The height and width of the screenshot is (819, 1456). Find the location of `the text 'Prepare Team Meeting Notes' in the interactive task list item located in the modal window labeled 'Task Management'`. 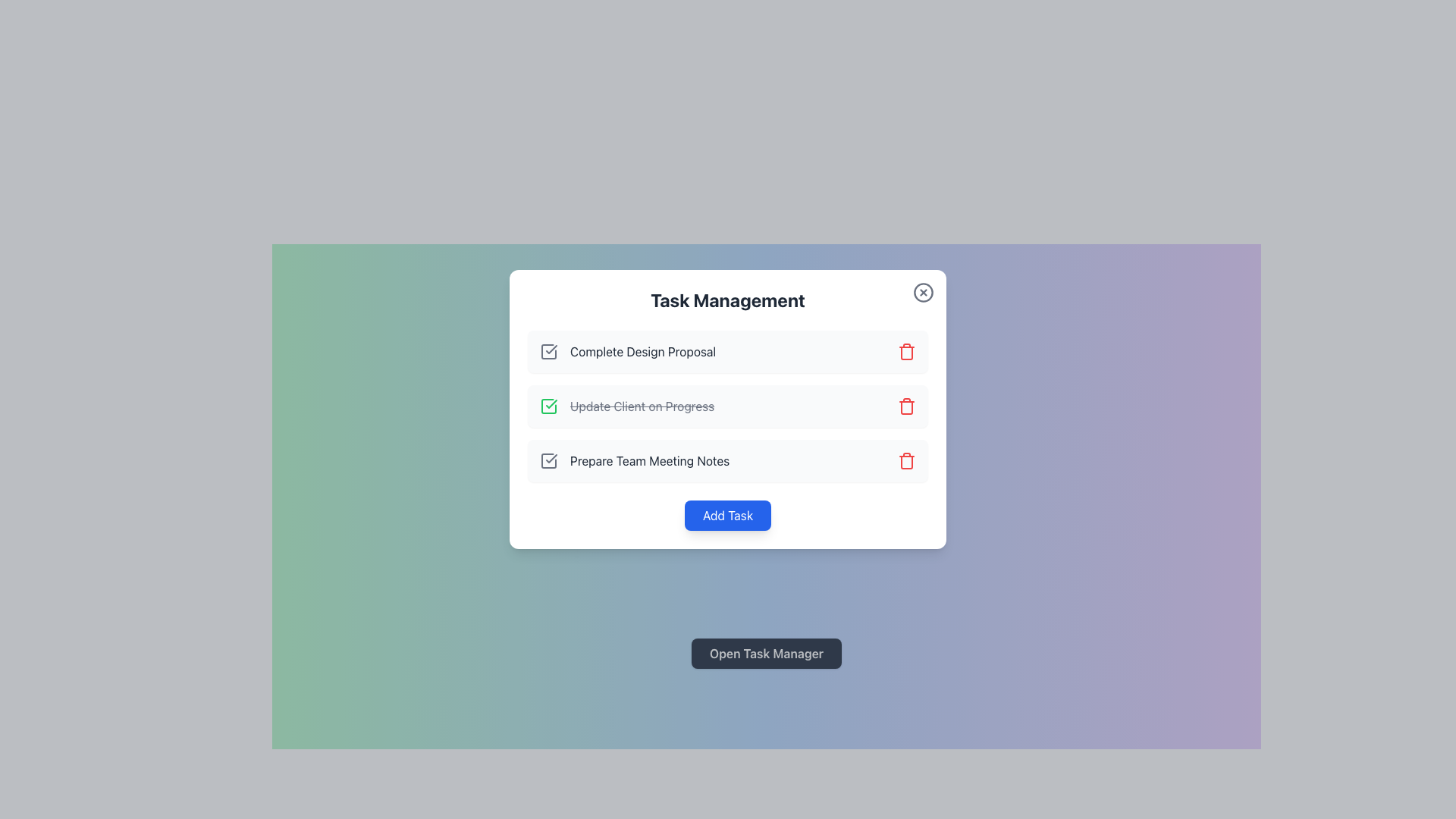

the text 'Prepare Team Meeting Notes' in the interactive task list item located in the modal window labeled 'Task Management' is located at coordinates (728, 460).